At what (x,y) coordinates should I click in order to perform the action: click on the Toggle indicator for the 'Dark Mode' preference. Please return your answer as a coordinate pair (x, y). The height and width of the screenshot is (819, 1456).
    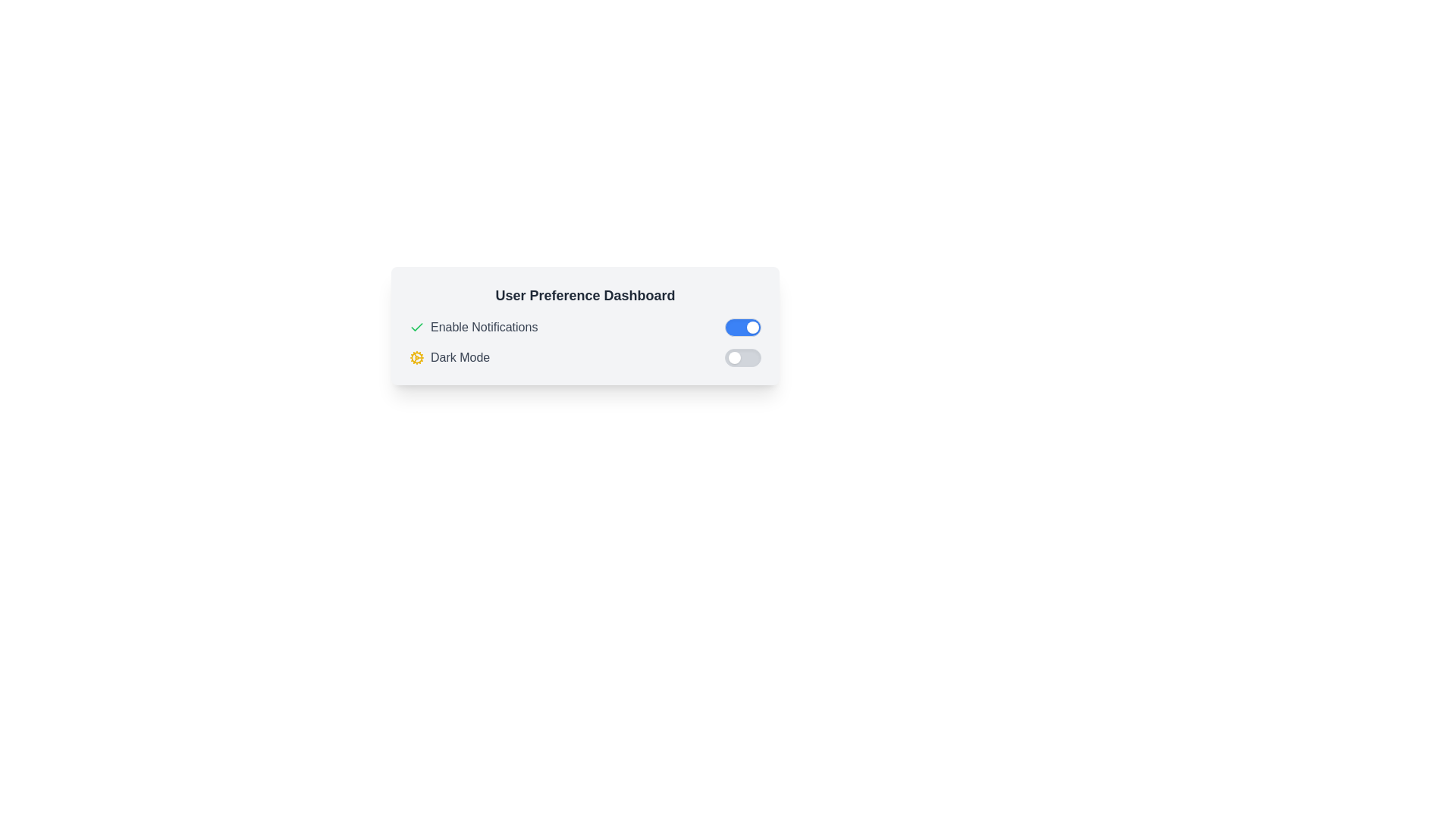
    Looking at the image, I should click on (735, 357).